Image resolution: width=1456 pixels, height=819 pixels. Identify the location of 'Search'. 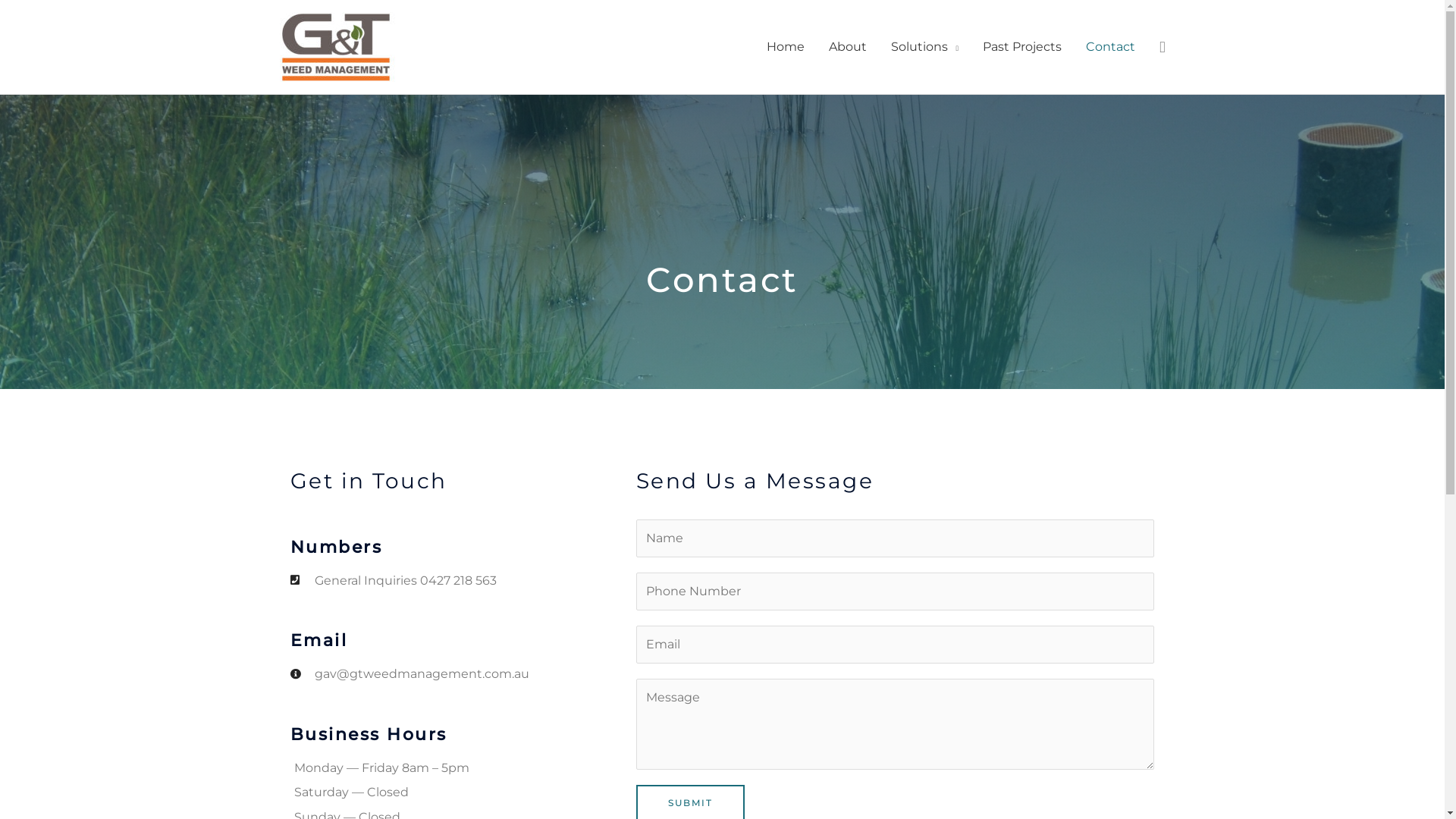
(1161, 46).